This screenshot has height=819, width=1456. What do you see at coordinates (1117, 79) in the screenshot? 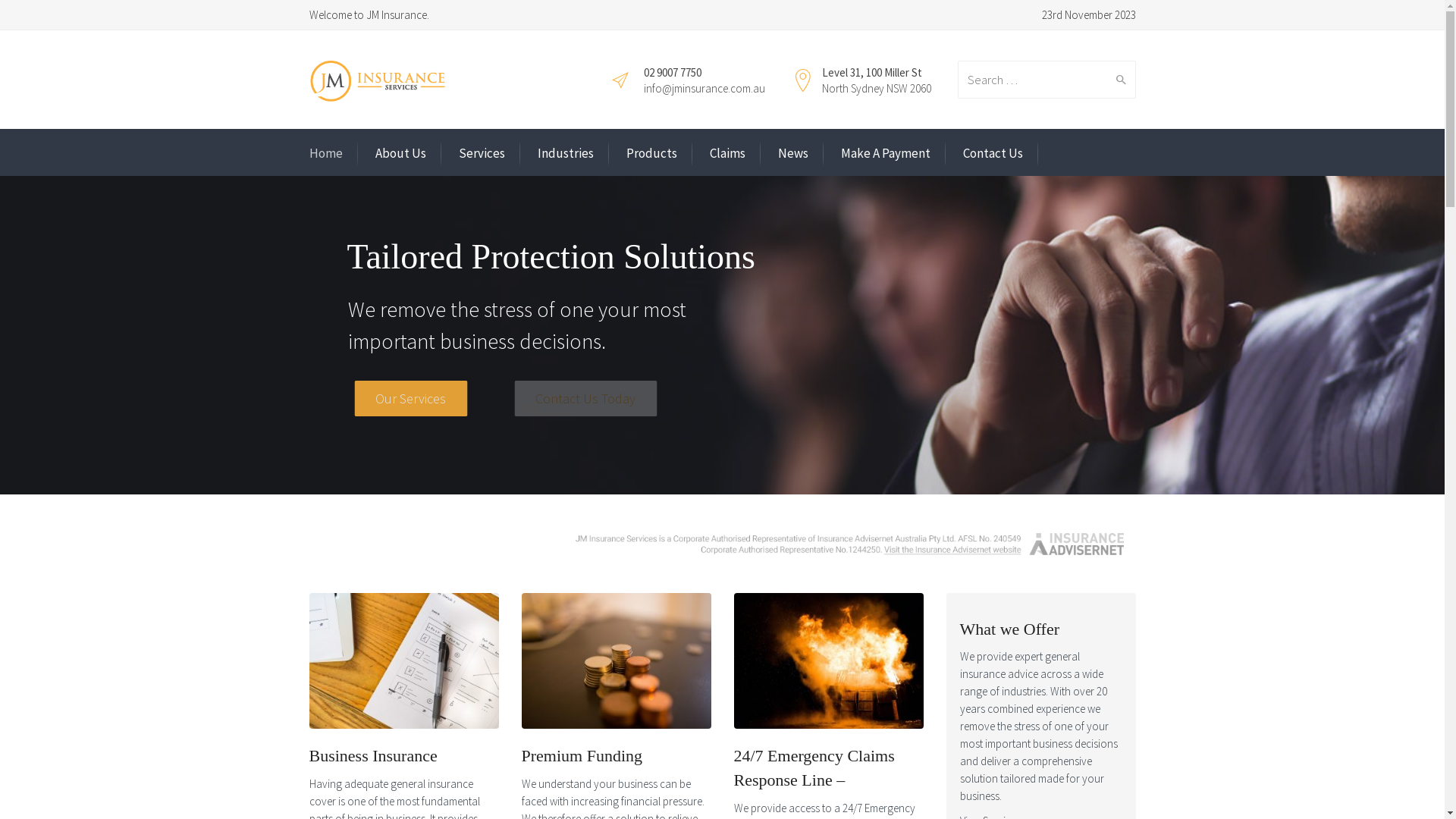
I see `'Search'` at bounding box center [1117, 79].